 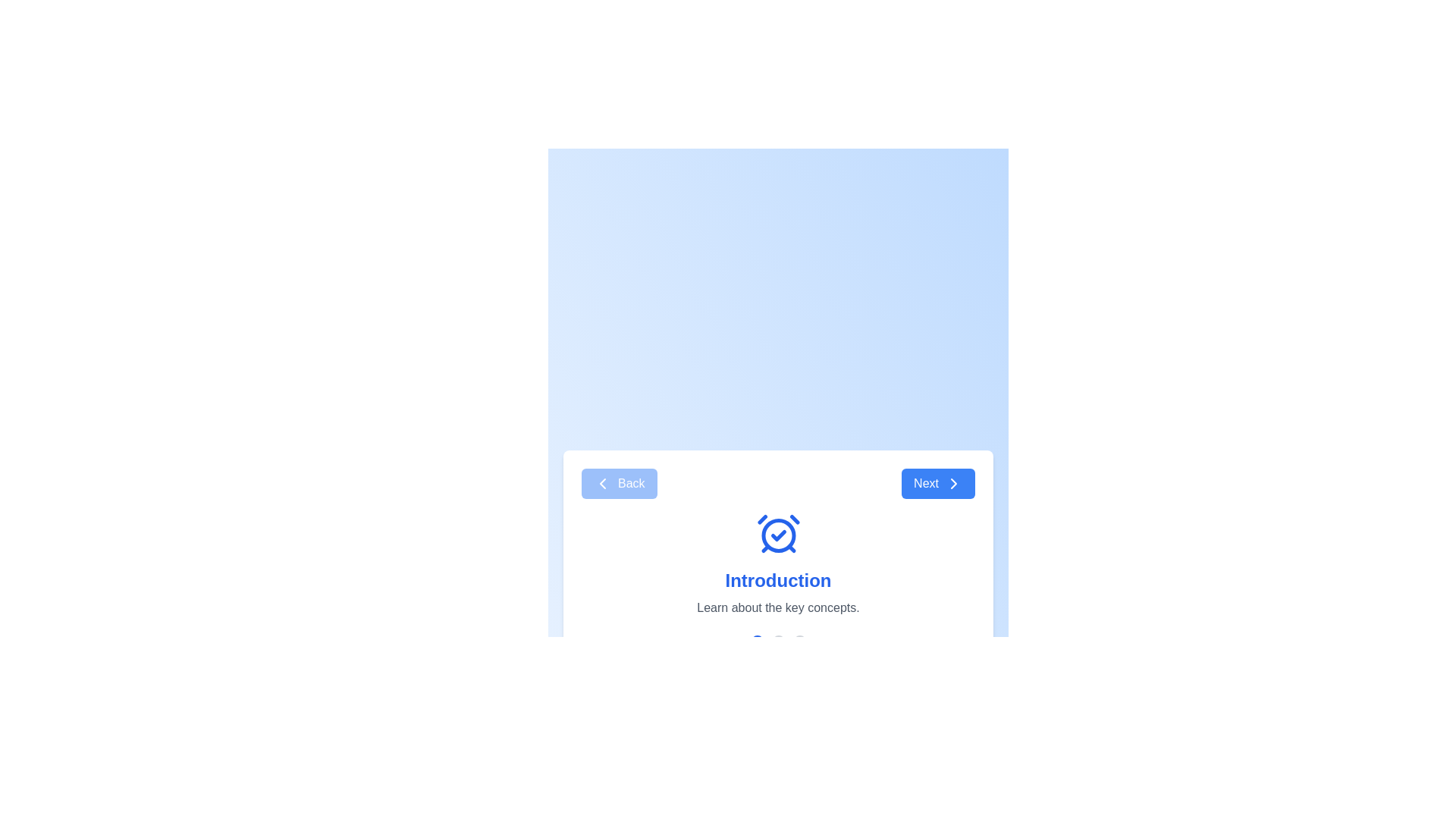 I want to click on the step indicator for step 3, so click(x=799, y=641).